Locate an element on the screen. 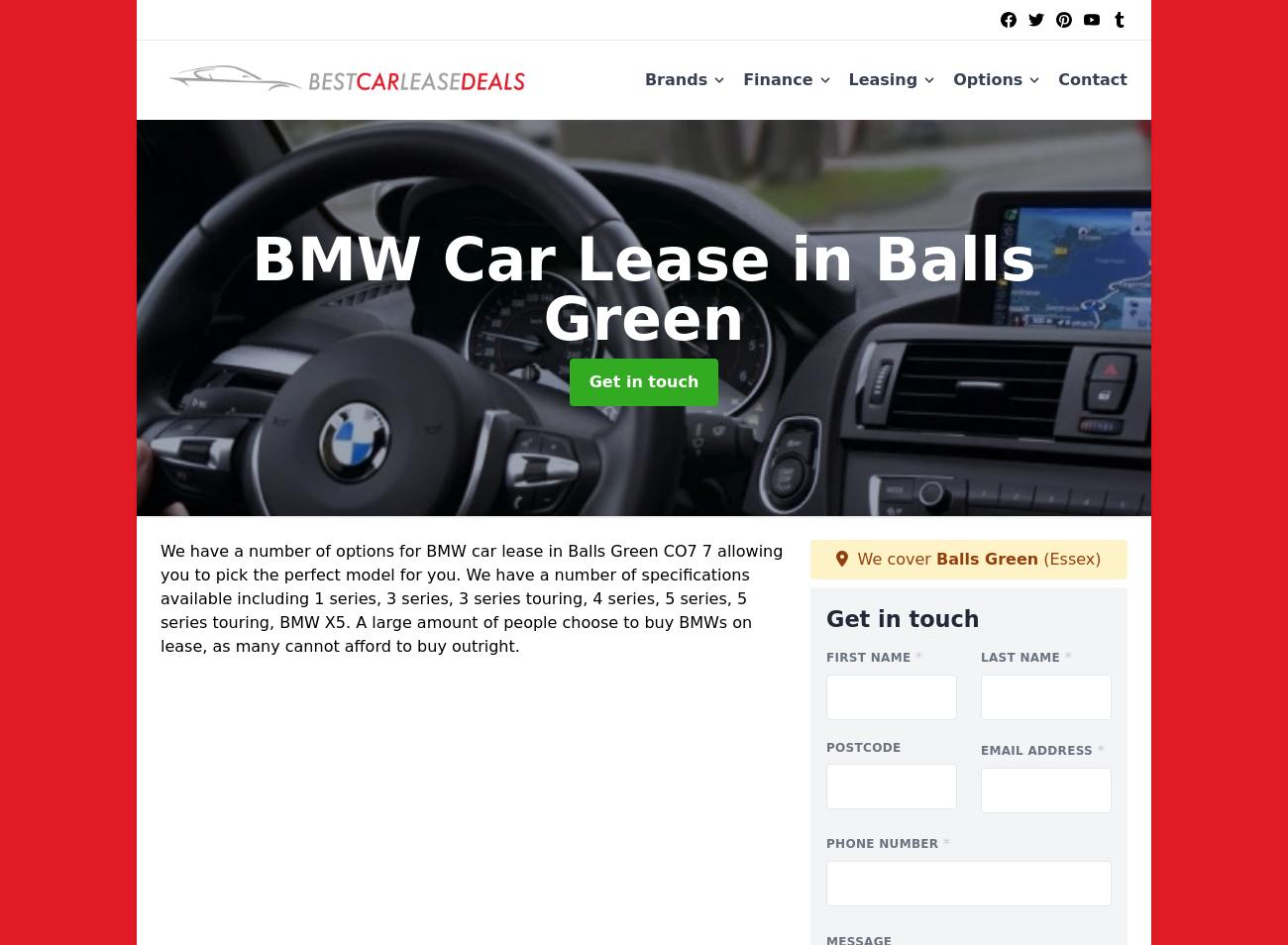 The image size is (1288, 945). 'Postcode' is located at coordinates (825, 747).